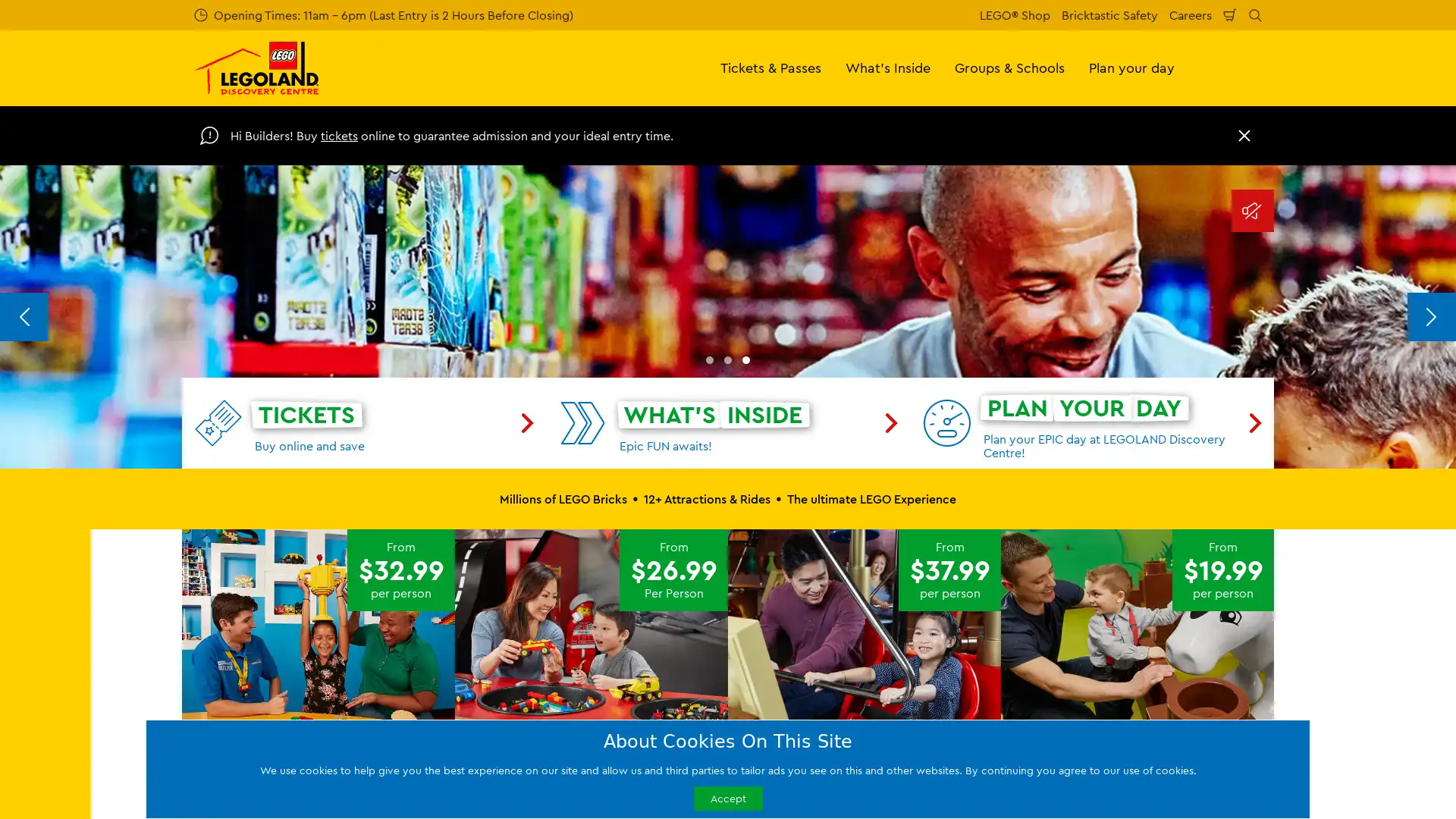 This screenshot has height=819, width=1456. Describe the element at coordinates (888, 67) in the screenshot. I see `What's Inside` at that location.